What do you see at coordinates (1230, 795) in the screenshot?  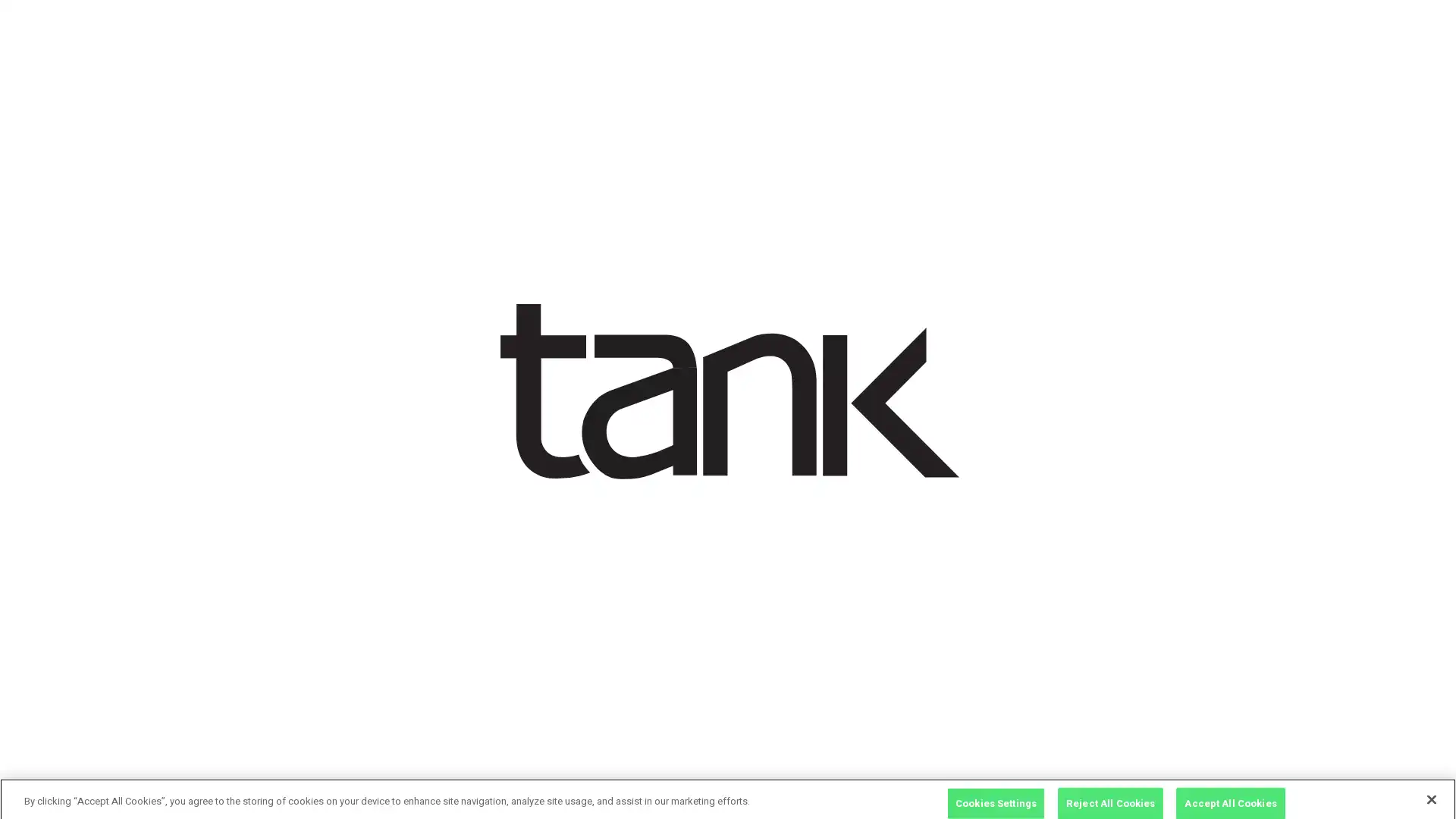 I see `Accept All Cookies` at bounding box center [1230, 795].